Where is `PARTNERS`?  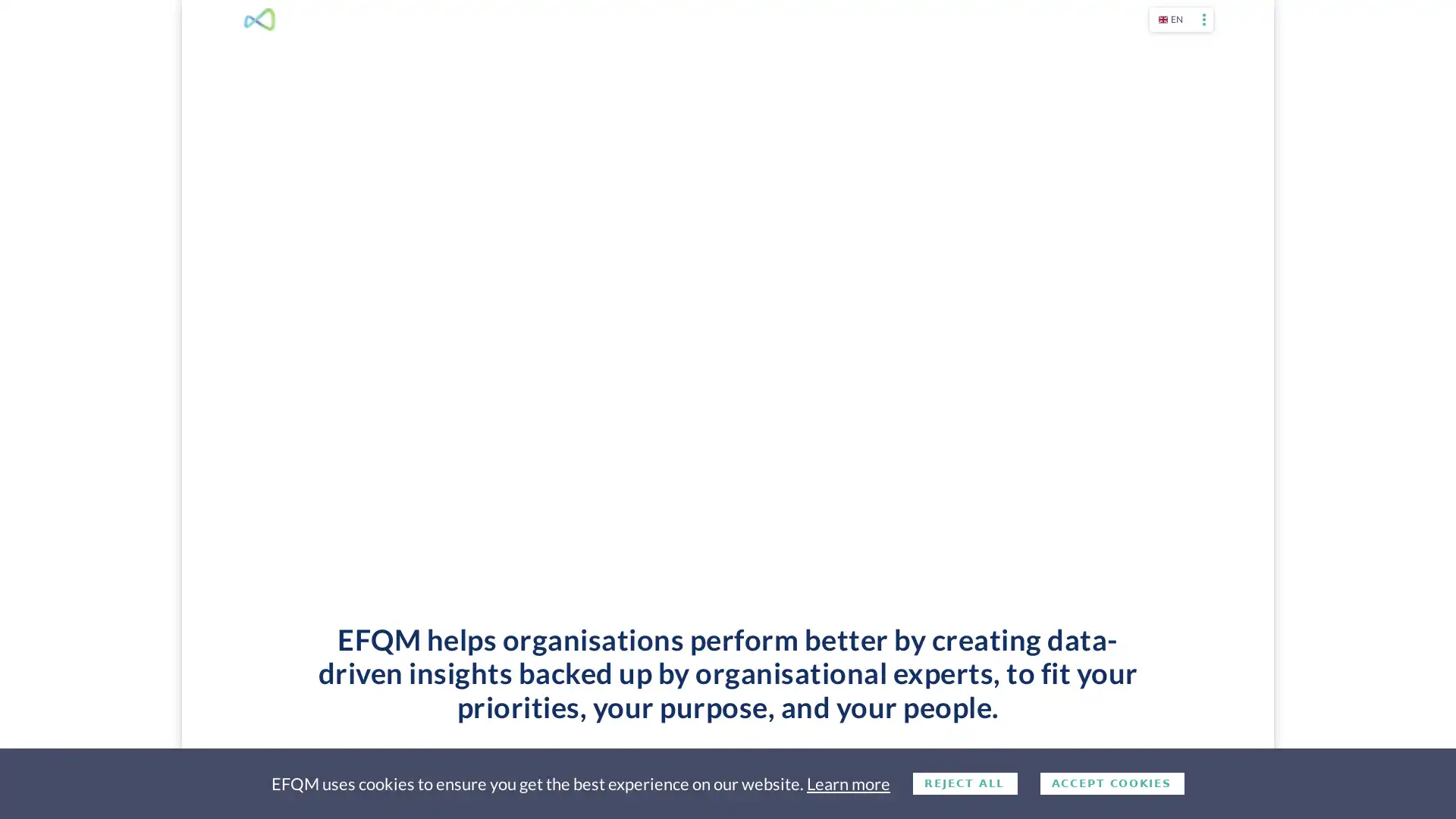 PARTNERS is located at coordinates (1081, 53).